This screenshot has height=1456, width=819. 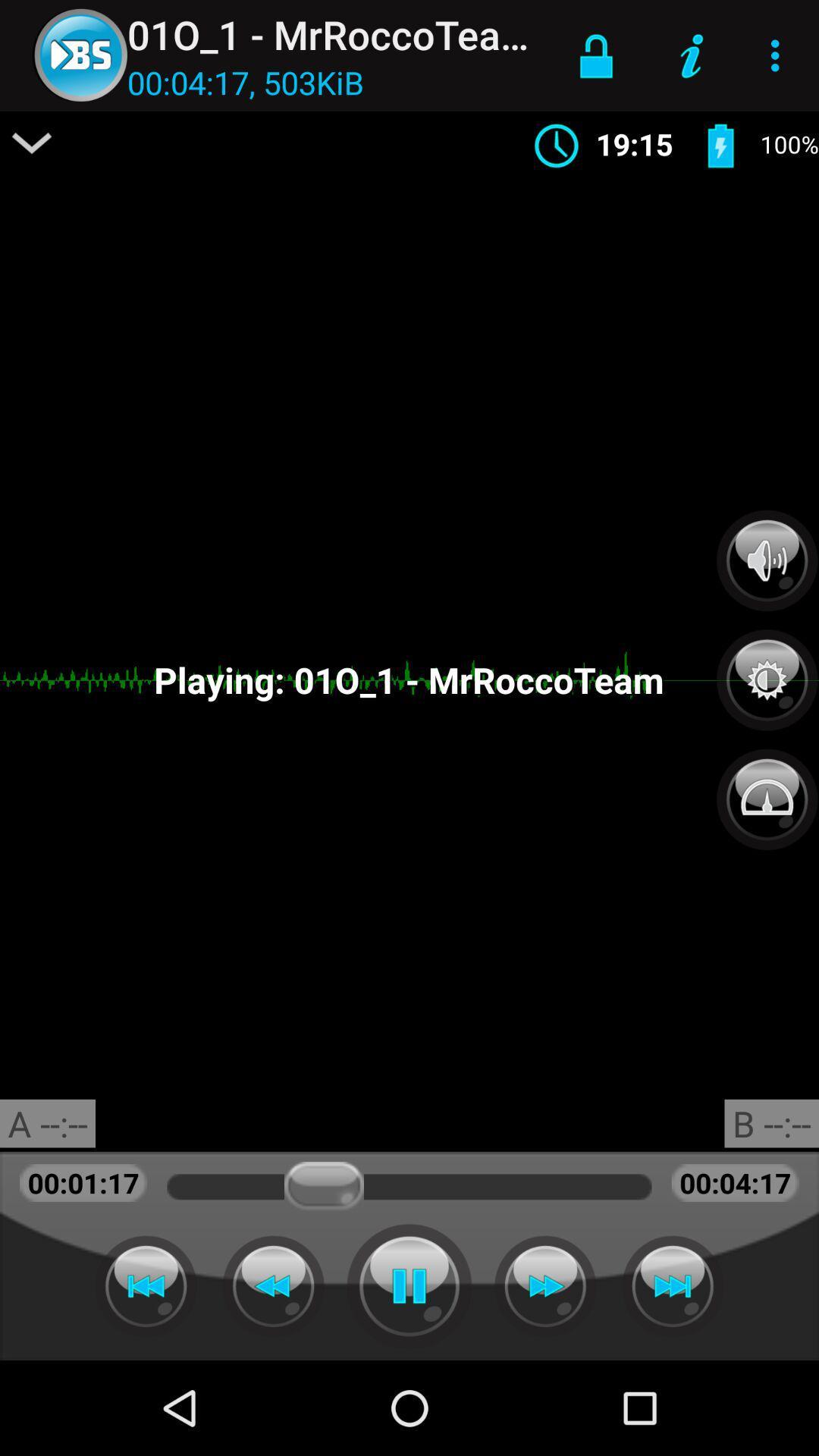 I want to click on pause, so click(x=409, y=1285).